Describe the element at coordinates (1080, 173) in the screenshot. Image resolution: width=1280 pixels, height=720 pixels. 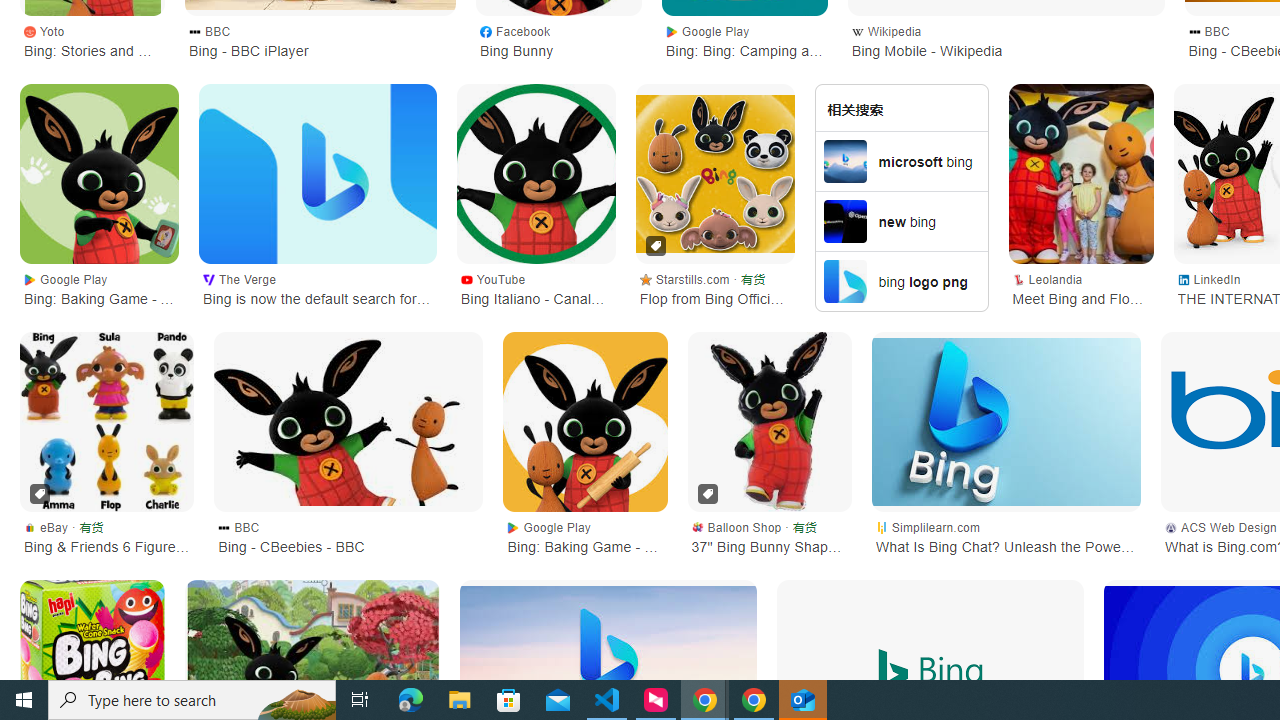
I see `'Meet Bing and Flop - Leolandia'` at that location.